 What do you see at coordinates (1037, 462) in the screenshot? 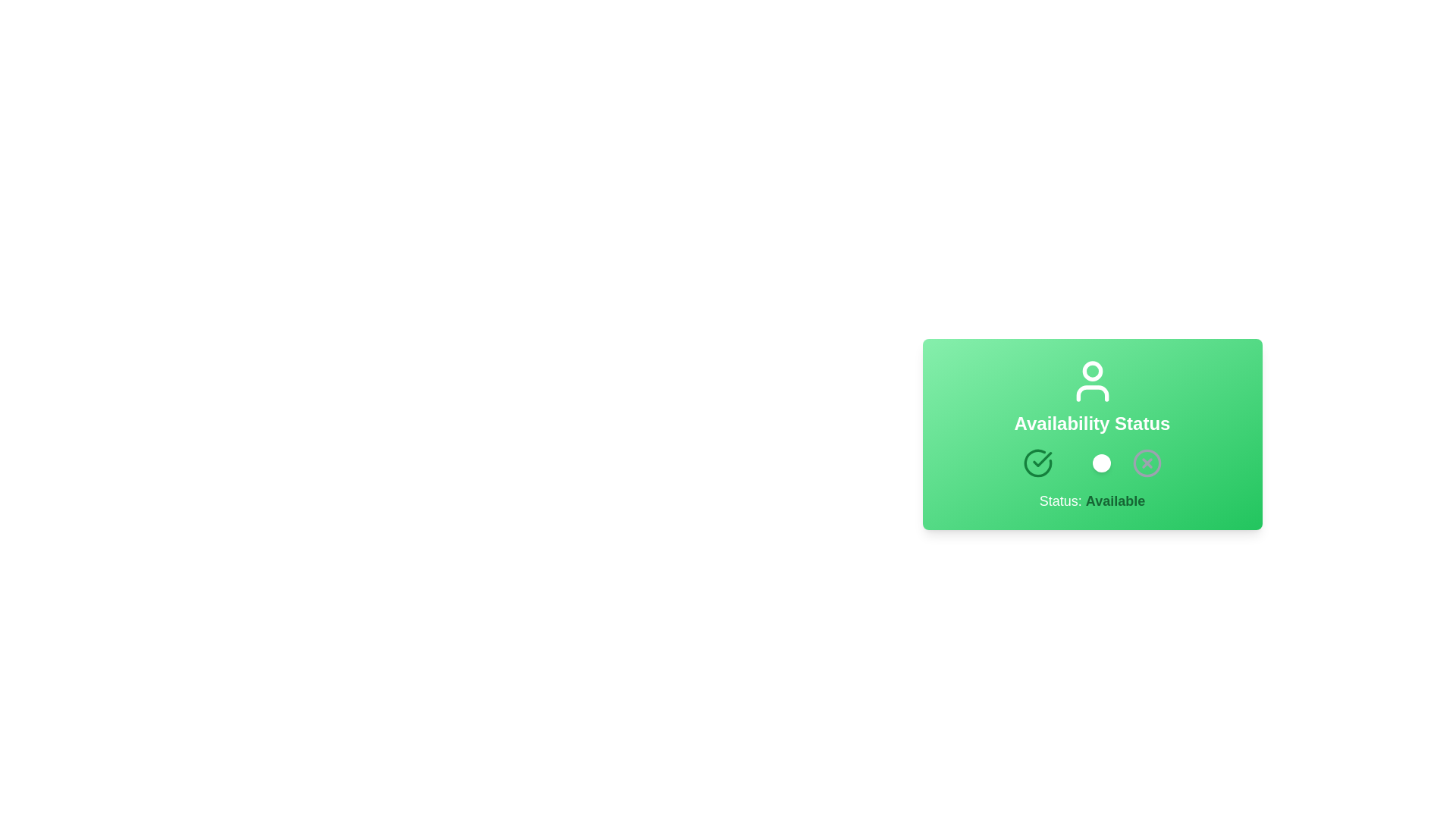
I see `the circular check mark icon within the green card interface, located beneath 'Availability Status' and above 'Status: Available'` at bounding box center [1037, 462].